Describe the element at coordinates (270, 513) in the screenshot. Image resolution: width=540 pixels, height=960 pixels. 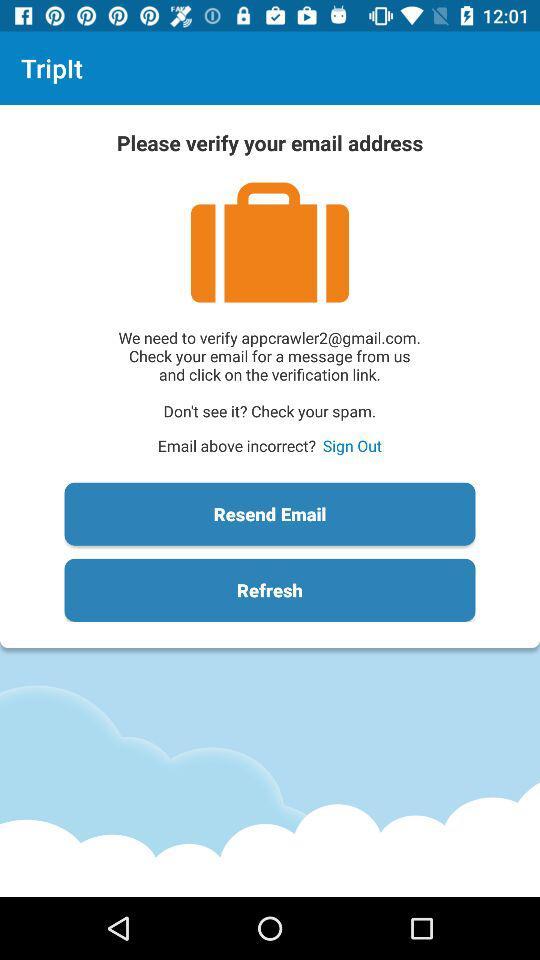
I see `item above the refresh` at that location.